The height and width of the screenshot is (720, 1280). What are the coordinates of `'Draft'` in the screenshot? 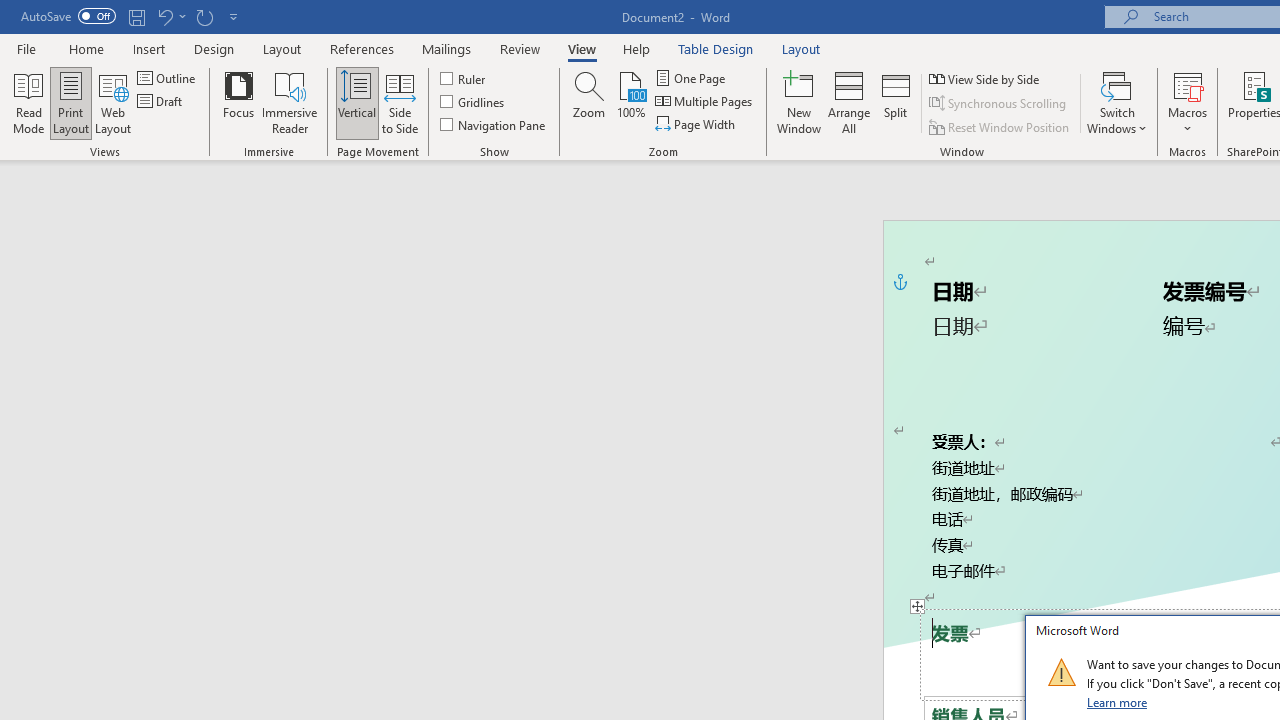 It's located at (161, 101).